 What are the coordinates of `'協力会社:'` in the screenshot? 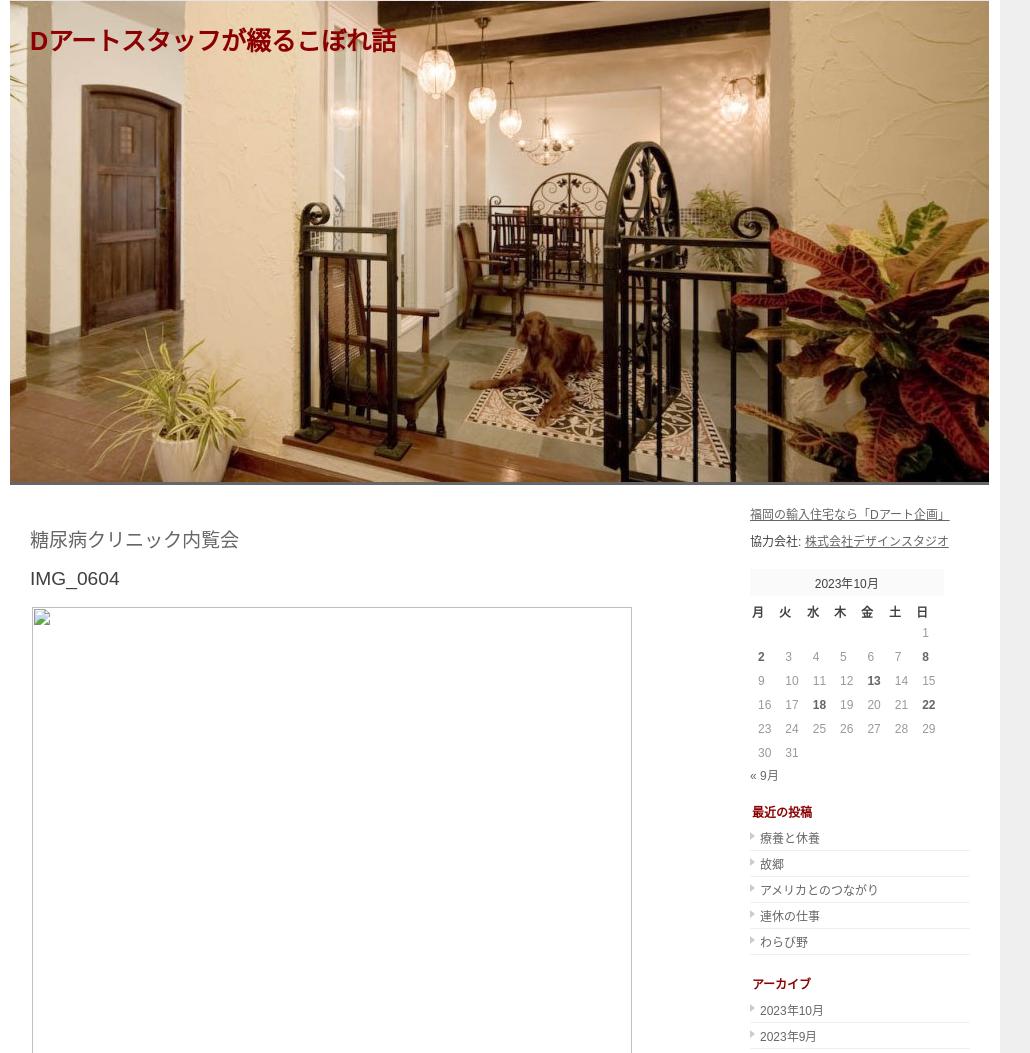 It's located at (776, 540).